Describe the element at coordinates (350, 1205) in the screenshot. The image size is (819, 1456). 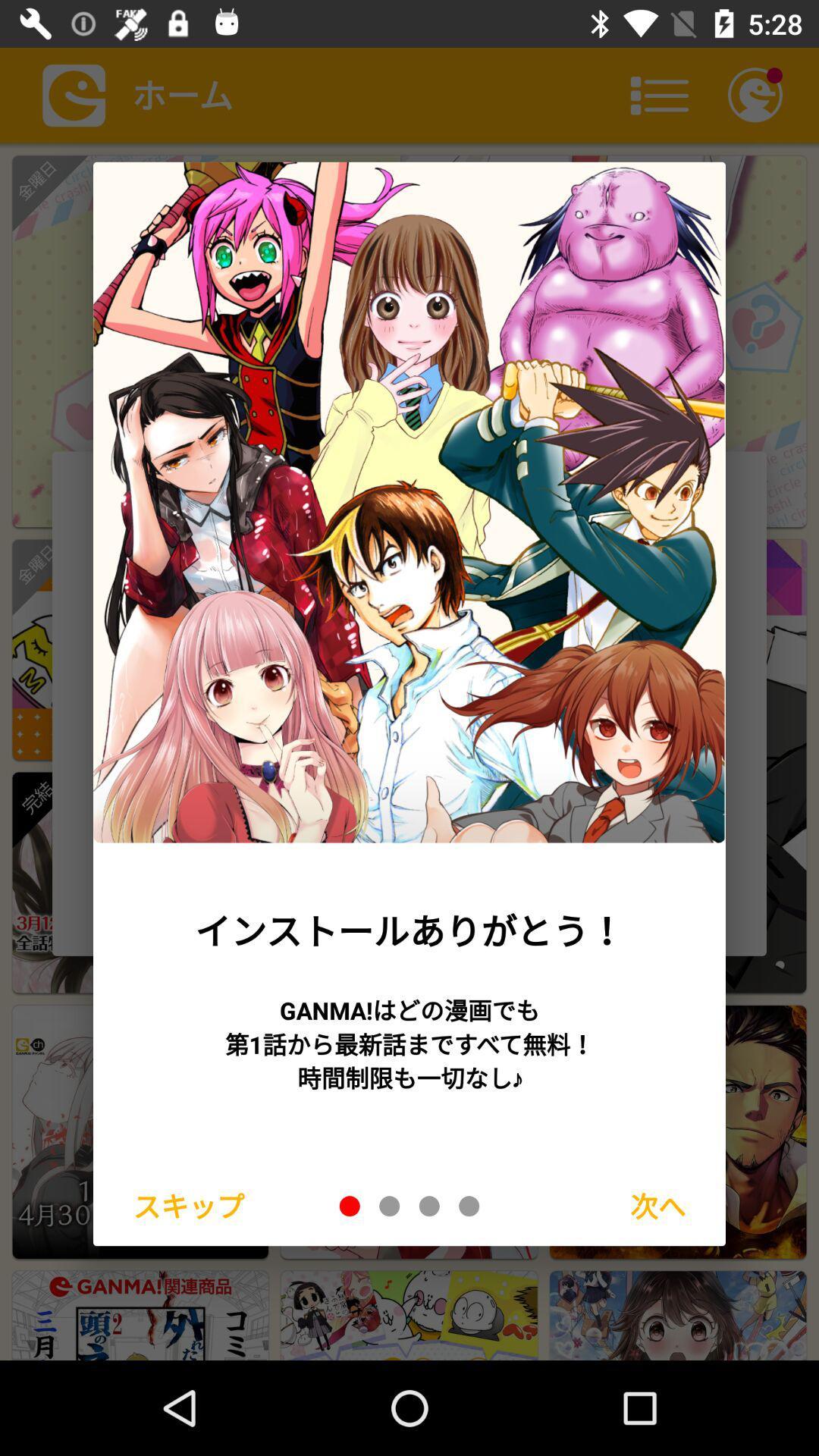
I see `first image` at that location.